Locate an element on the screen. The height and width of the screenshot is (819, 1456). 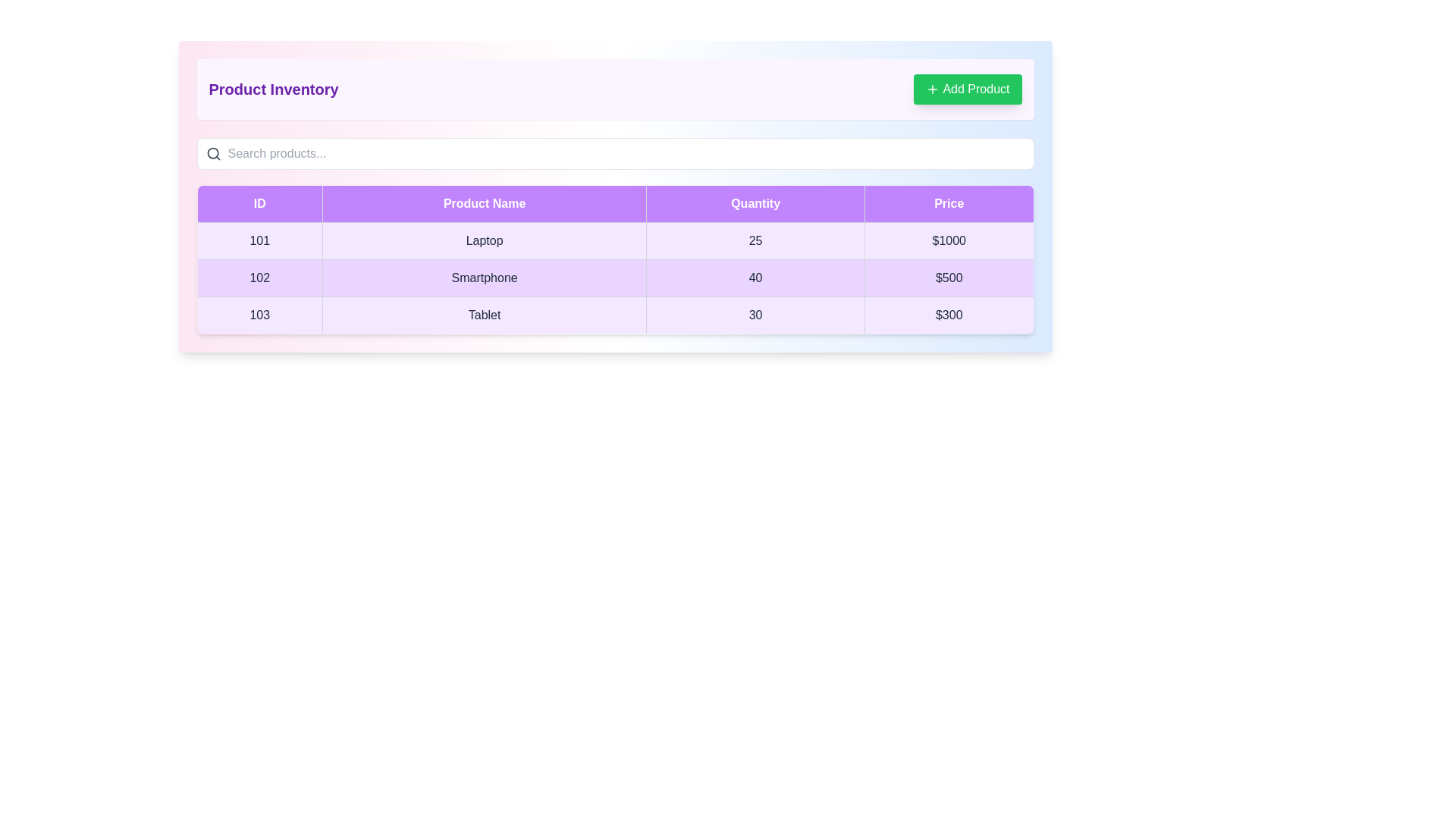
the Text cell representing the quantity of the product 'Laptop' in the inventory table, located in the second row under the 'Quantity' column is located at coordinates (755, 240).